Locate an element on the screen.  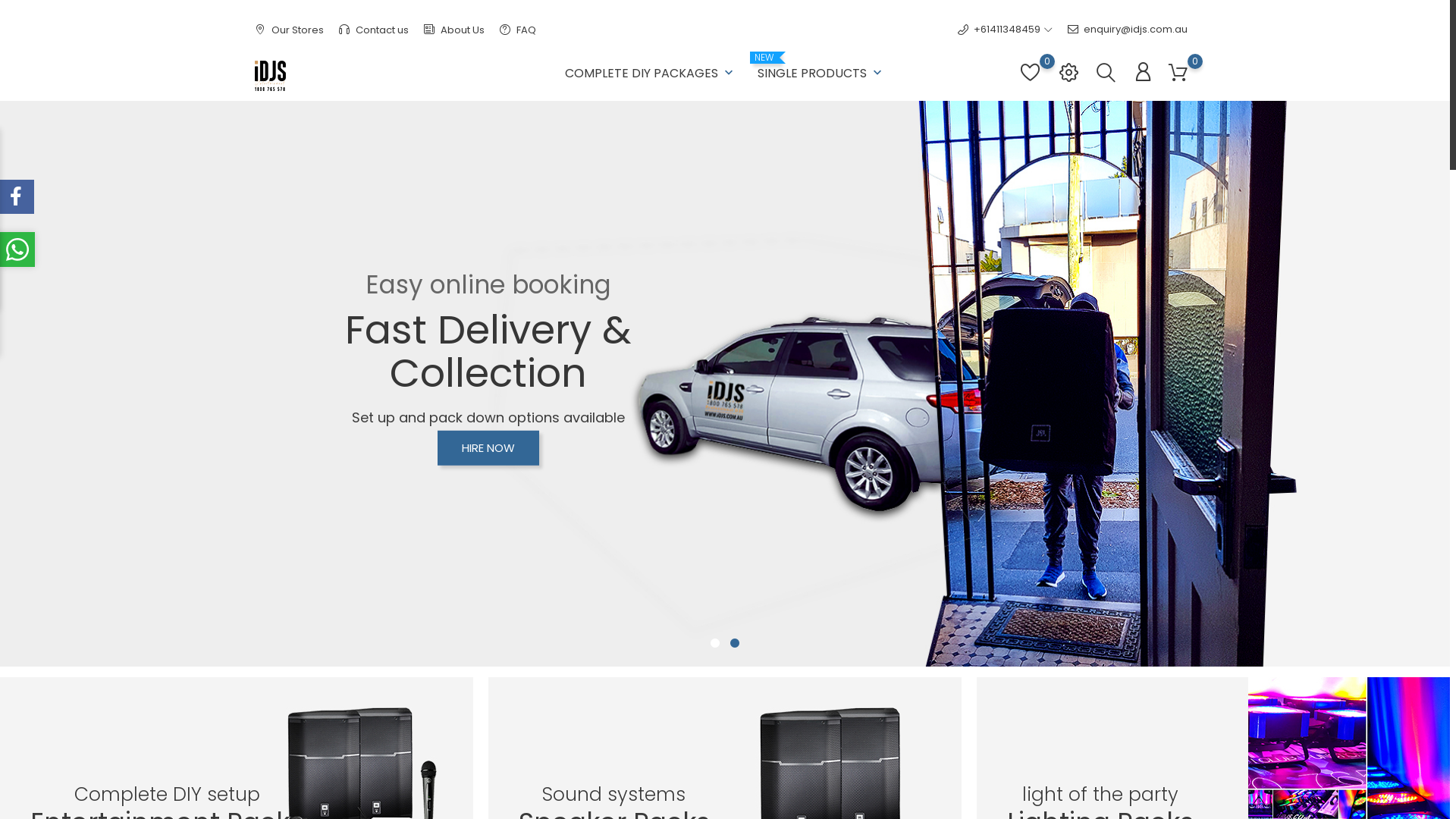
'1' is located at coordinates (714, 643).